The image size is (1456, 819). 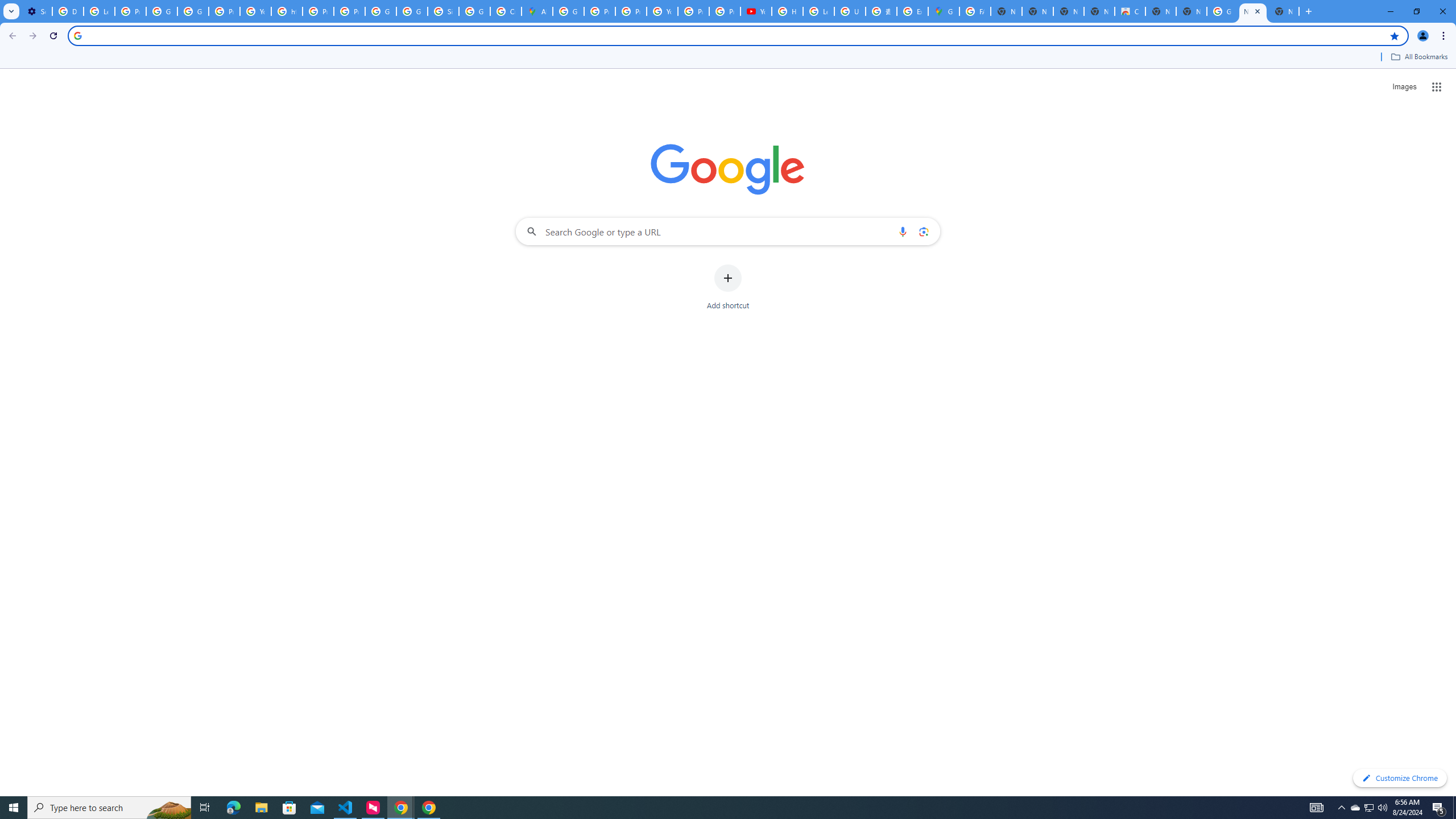 I want to click on 'Privacy Checkup', so click(x=724, y=11).